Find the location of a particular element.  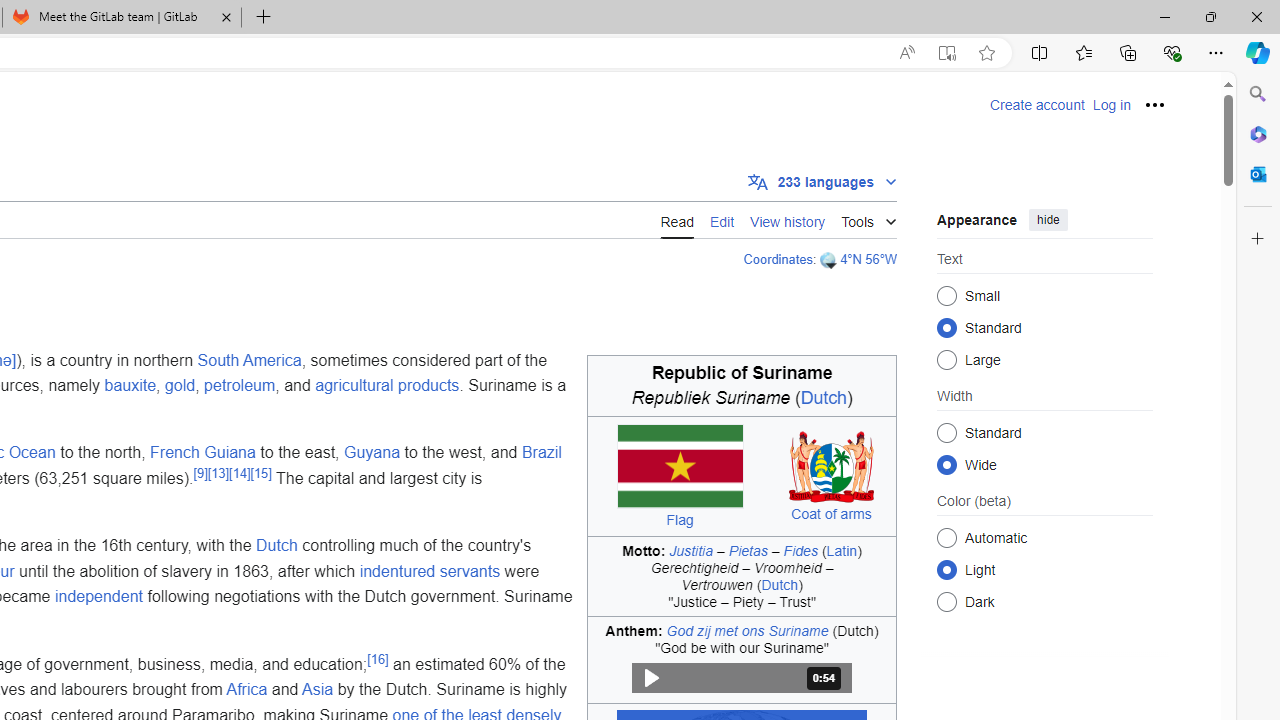

'View history' is located at coordinates (786, 219).